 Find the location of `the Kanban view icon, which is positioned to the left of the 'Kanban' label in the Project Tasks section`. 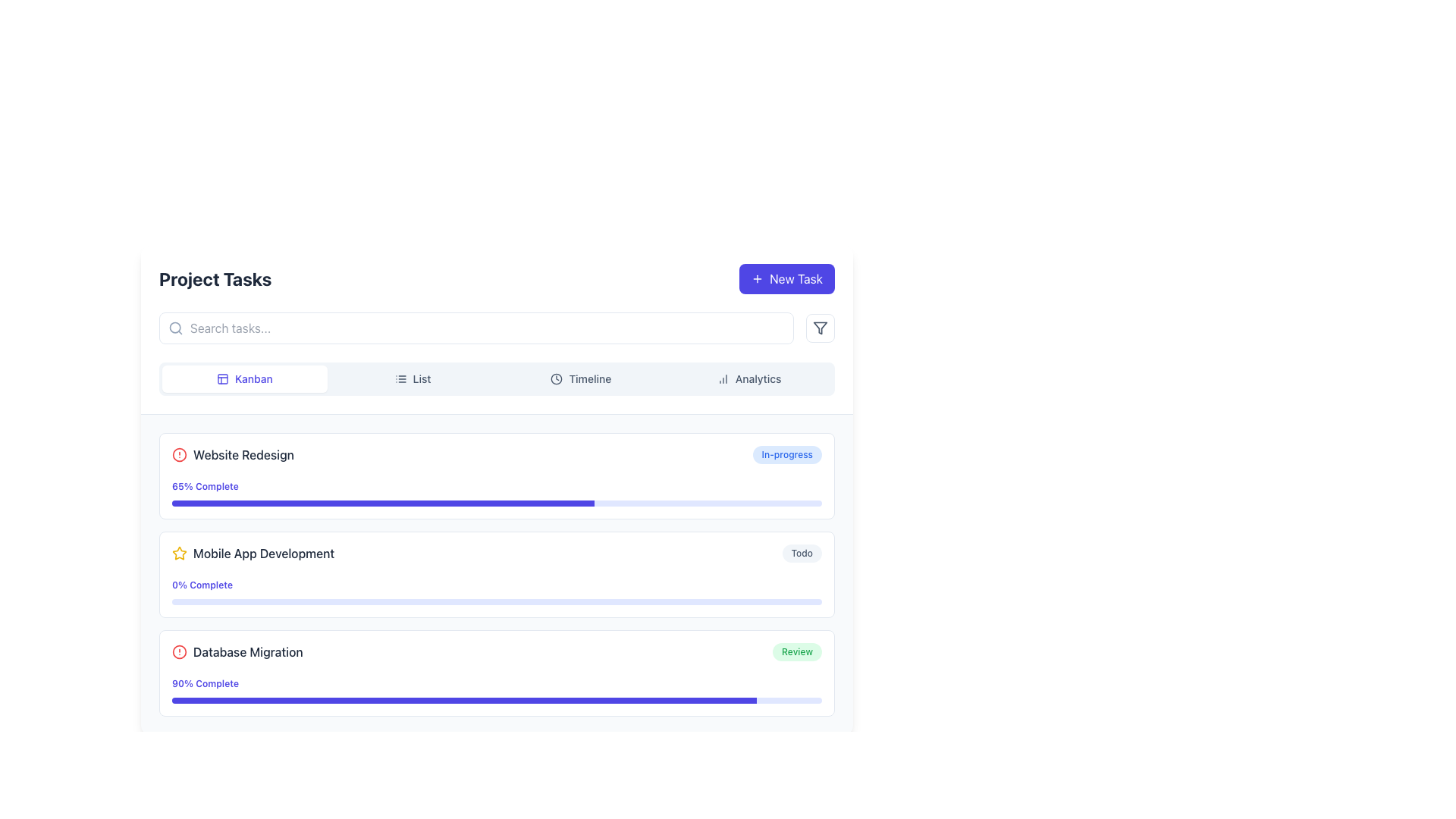

the Kanban view icon, which is positioned to the left of the 'Kanban' label in the Project Tasks section is located at coordinates (221, 378).